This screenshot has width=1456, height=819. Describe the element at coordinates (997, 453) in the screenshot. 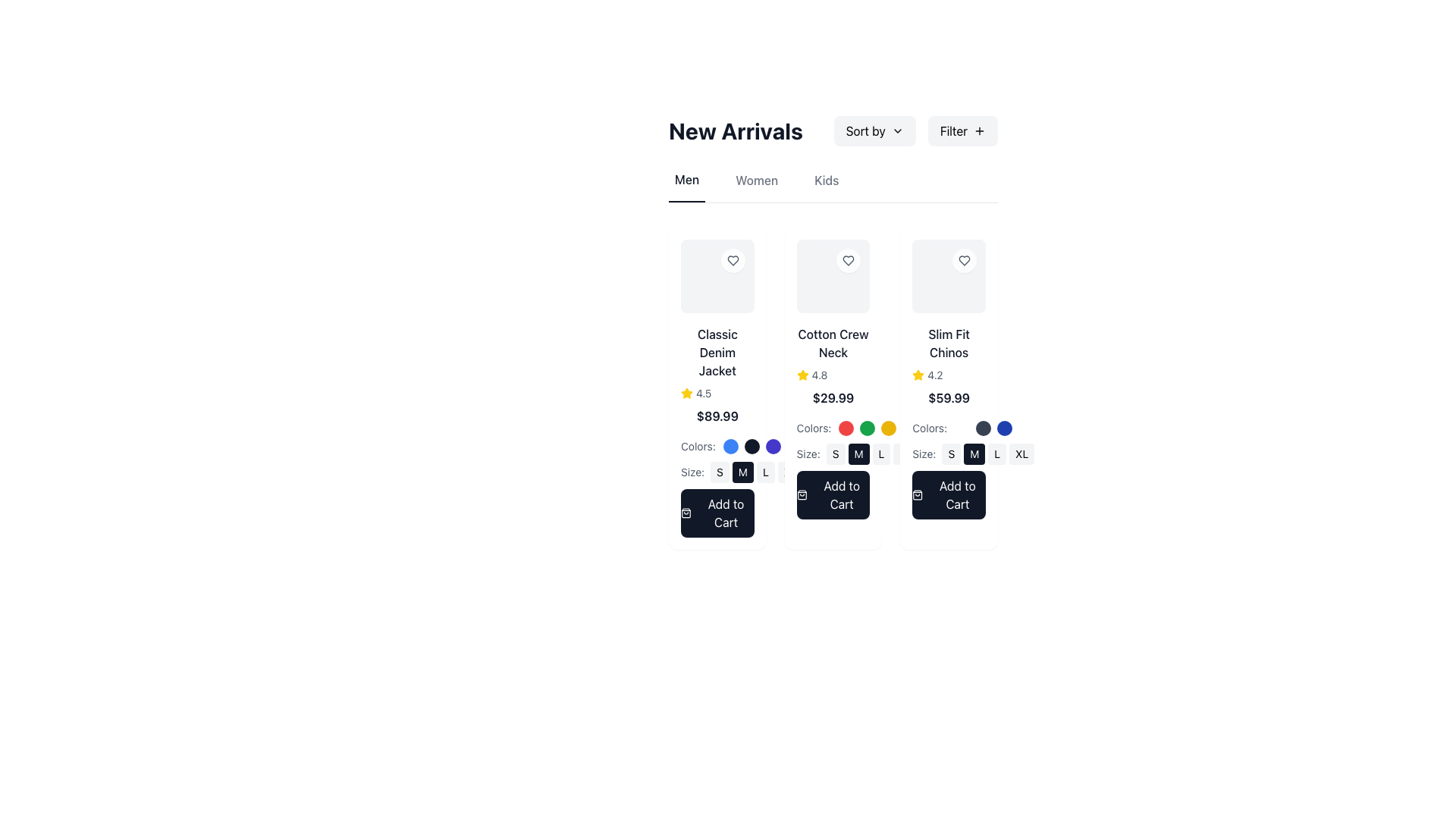

I see `the 'L' size button in the size selector group for the 'Slim Fit Chinos' product card` at that location.